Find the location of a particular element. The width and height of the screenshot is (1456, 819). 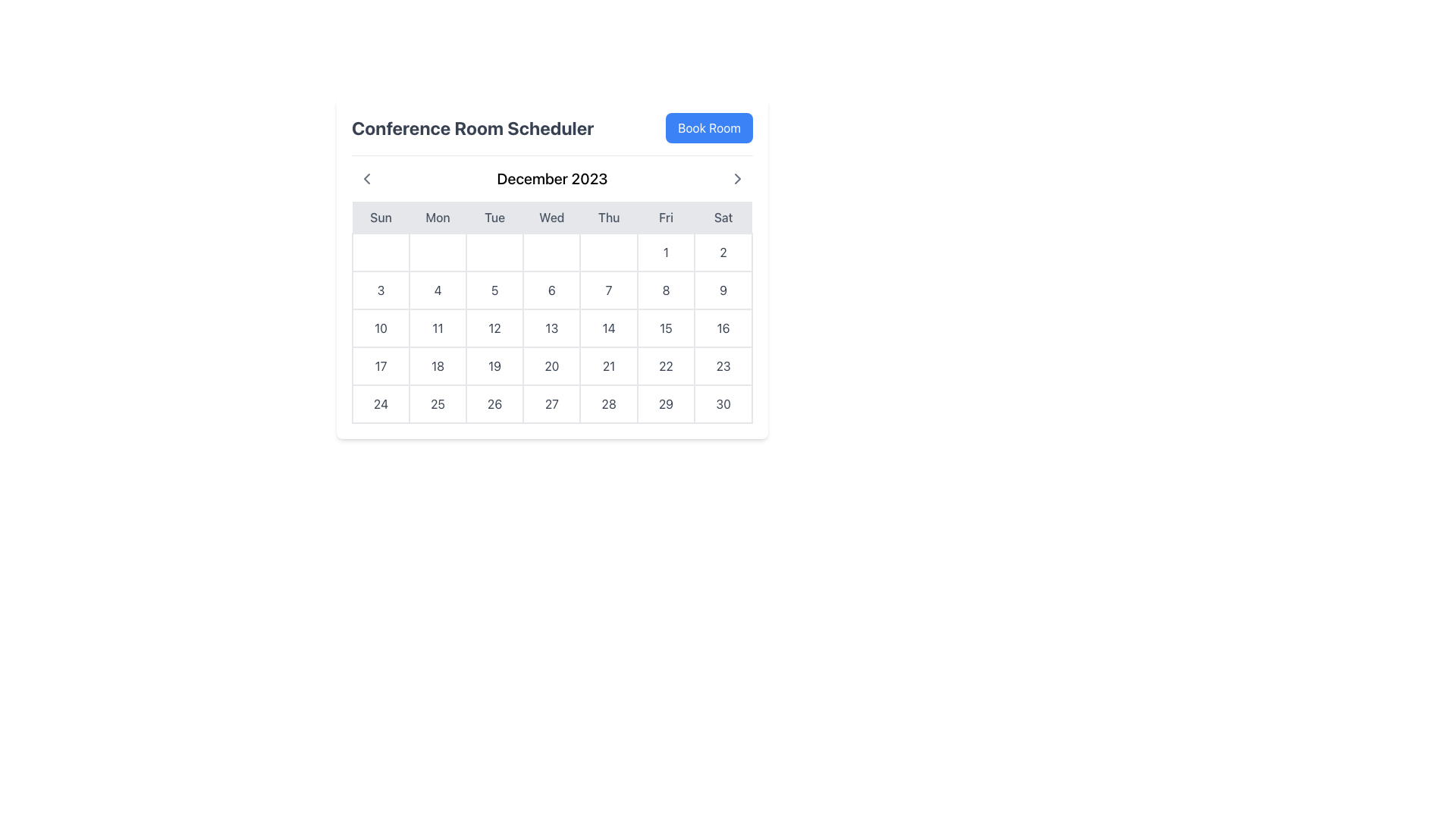

the Calendar Day Cell representing the day '23' is located at coordinates (723, 366).